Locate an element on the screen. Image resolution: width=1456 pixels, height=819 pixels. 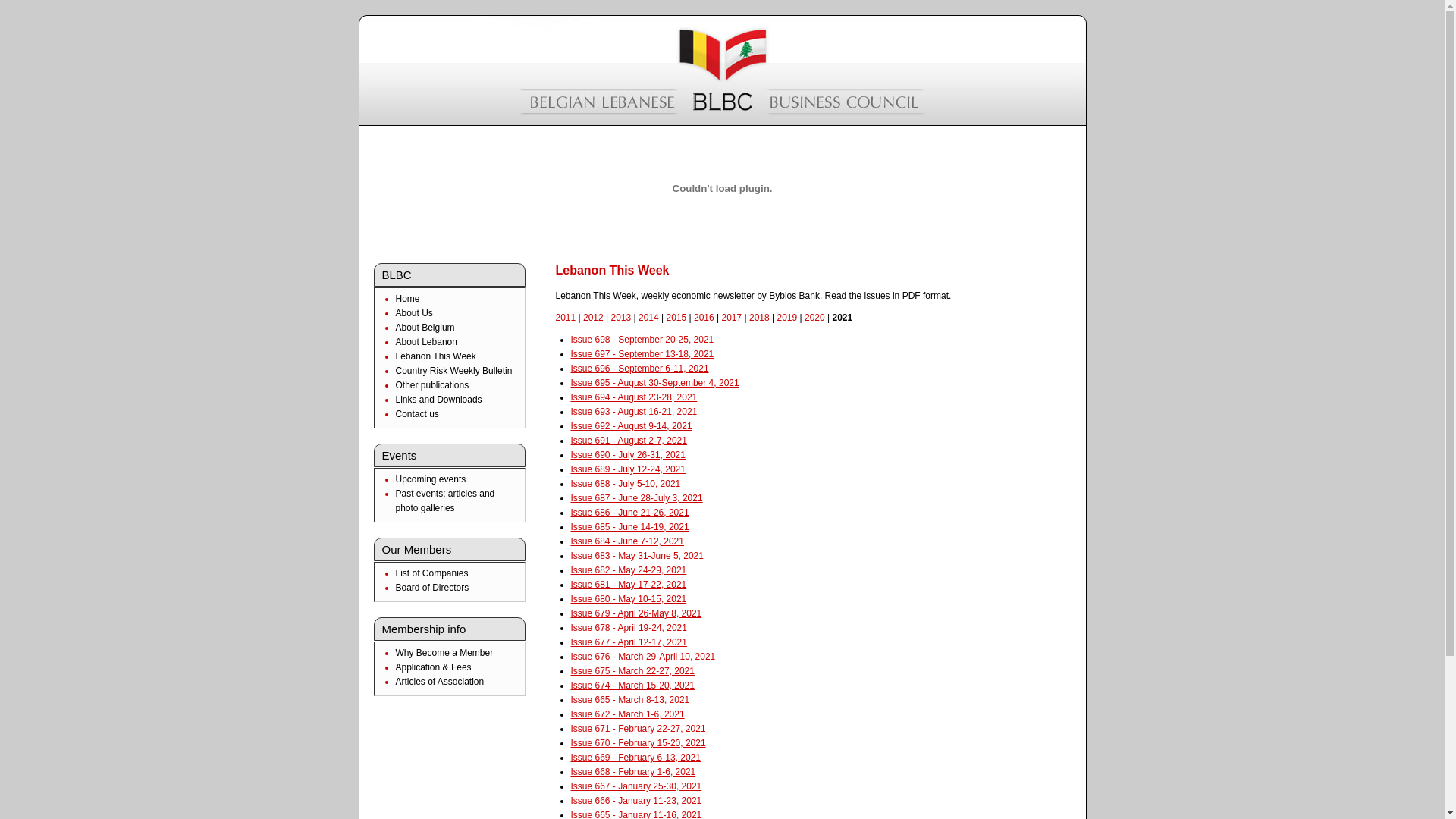
'Issue 680 - May 10-15, 2021' is located at coordinates (628, 598).